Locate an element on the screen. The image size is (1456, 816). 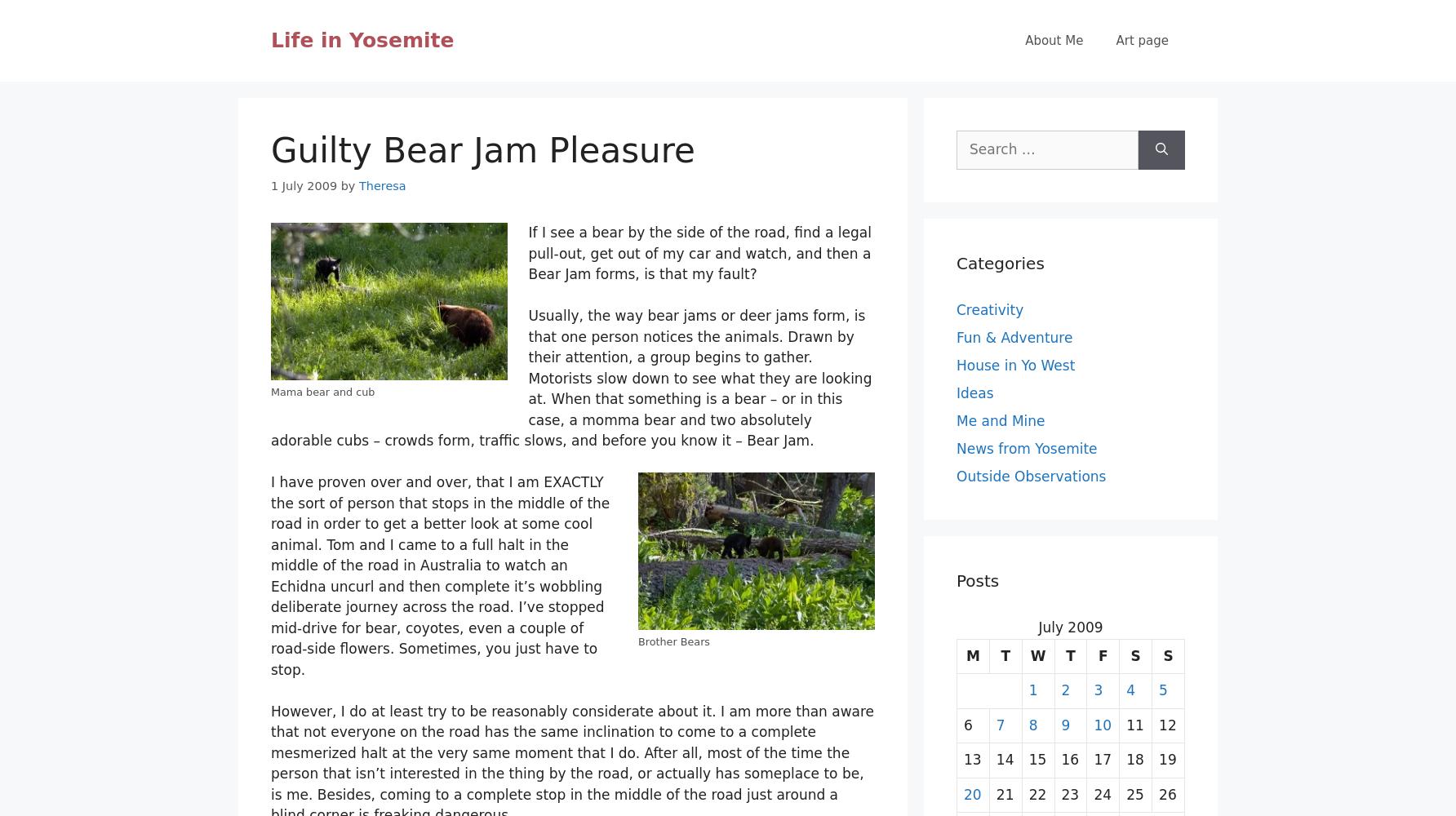
'2' is located at coordinates (1064, 690).